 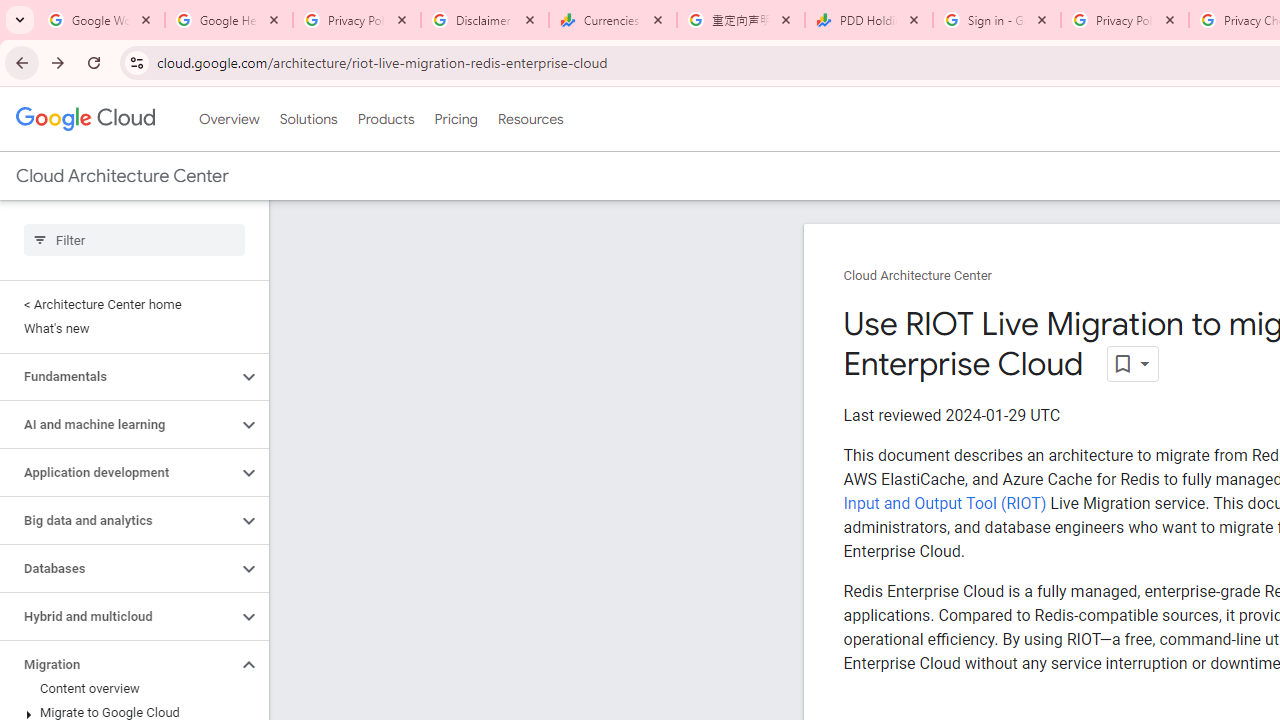 I want to click on 'Open dropdown', so click(x=1132, y=364).